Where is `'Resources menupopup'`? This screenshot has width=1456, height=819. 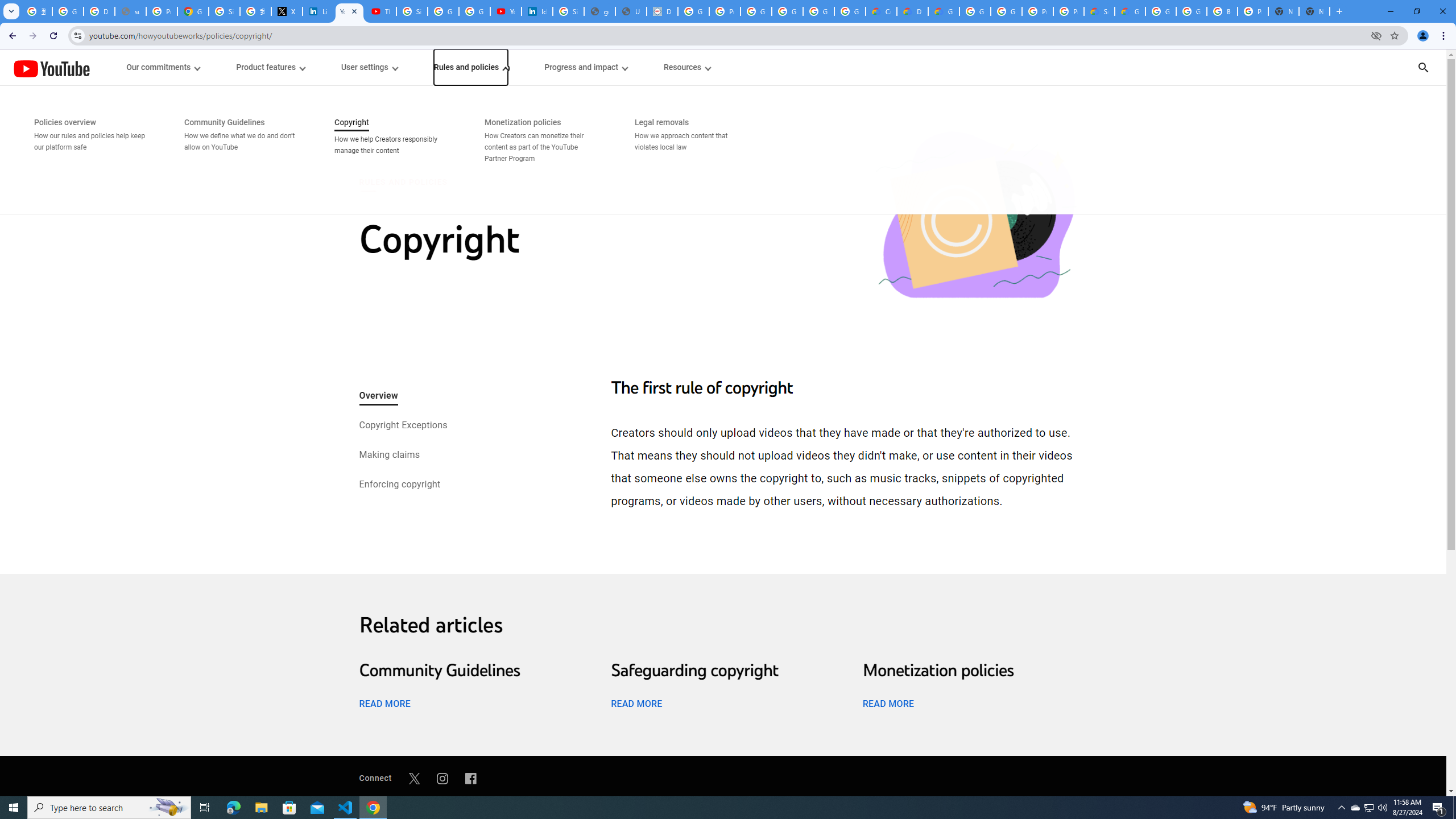
'Resources menupopup' is located at coordinates (686, 67).